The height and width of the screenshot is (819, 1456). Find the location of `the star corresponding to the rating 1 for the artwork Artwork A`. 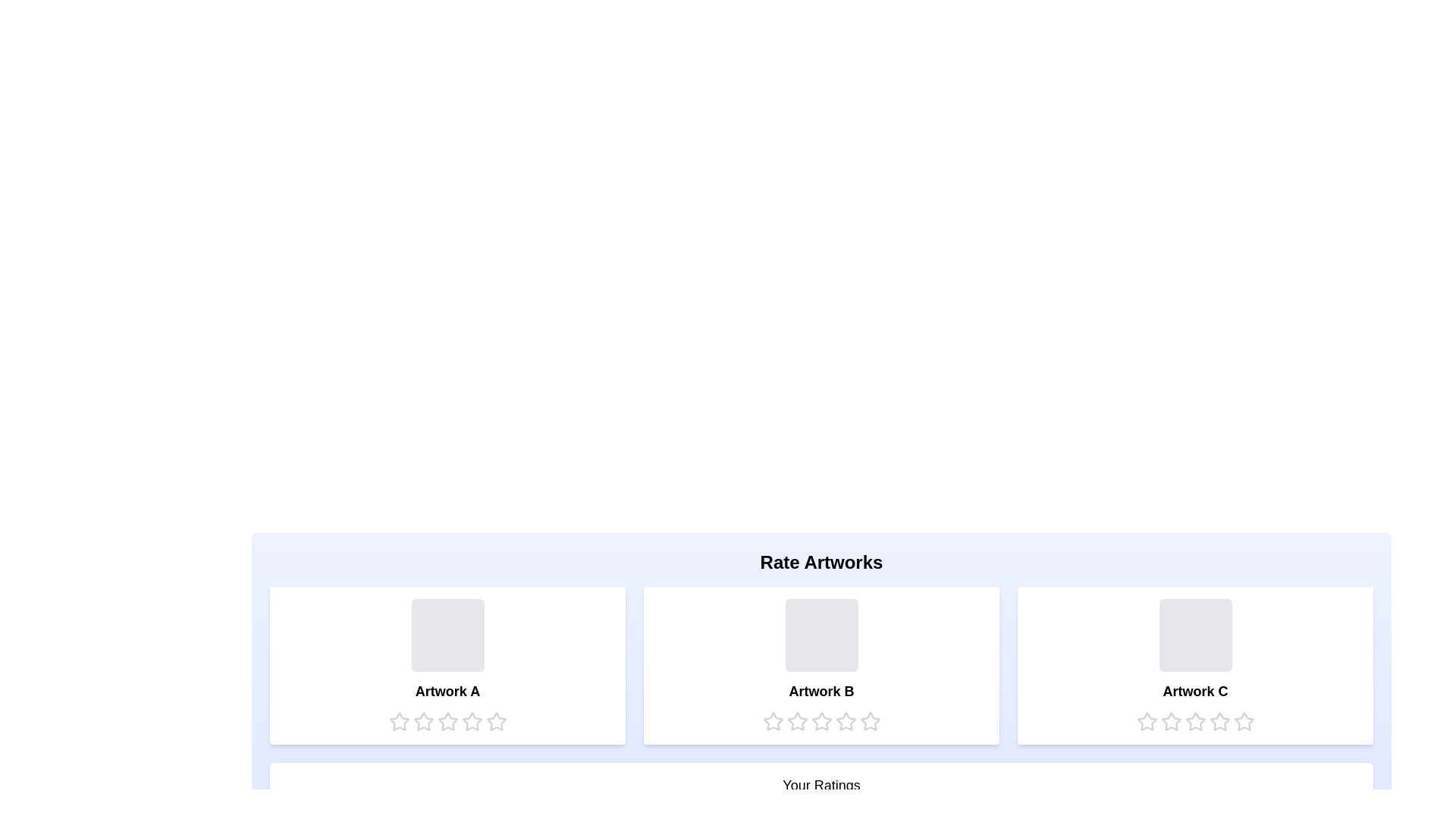

the star corresponding to the rating 1 for the artwork Artwork A is located at coordinates (399, 721).